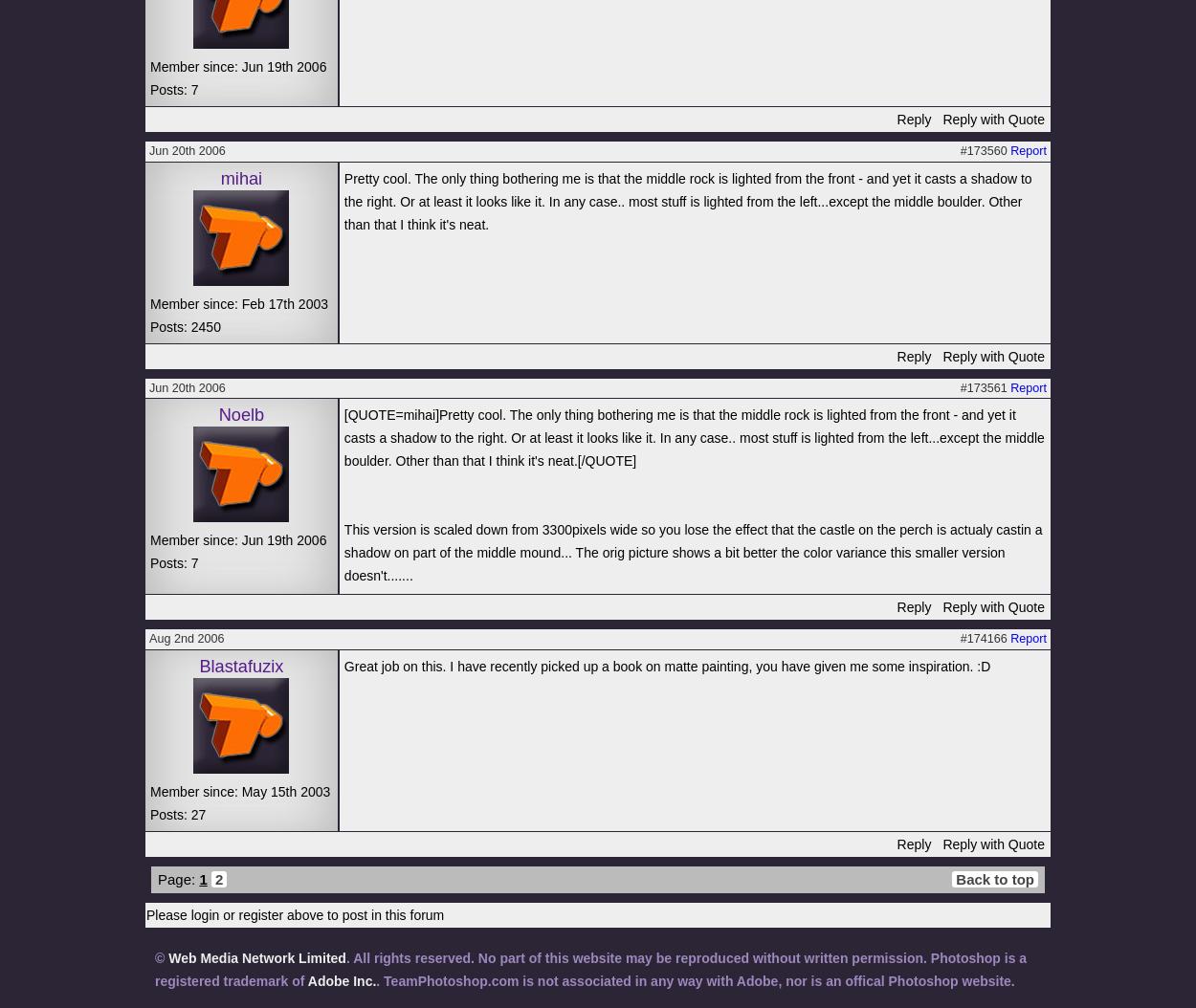  Describe the element at coordinates (186, 639) in the screenshot. I see `'Aug 2nd 2006'` at that location.